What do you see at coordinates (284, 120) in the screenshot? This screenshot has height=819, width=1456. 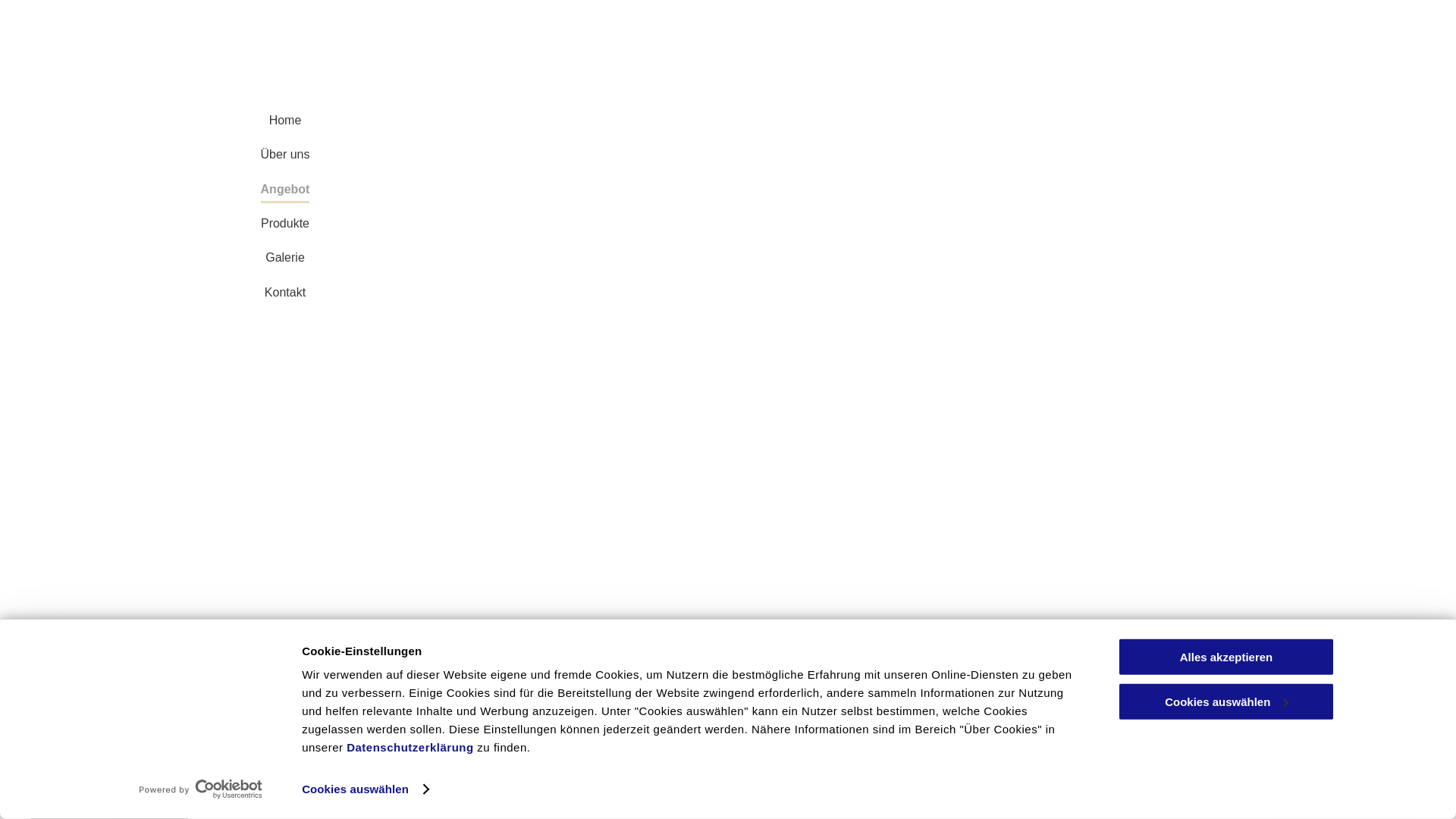 I see `'Home'` at bounding box center [284, 120].